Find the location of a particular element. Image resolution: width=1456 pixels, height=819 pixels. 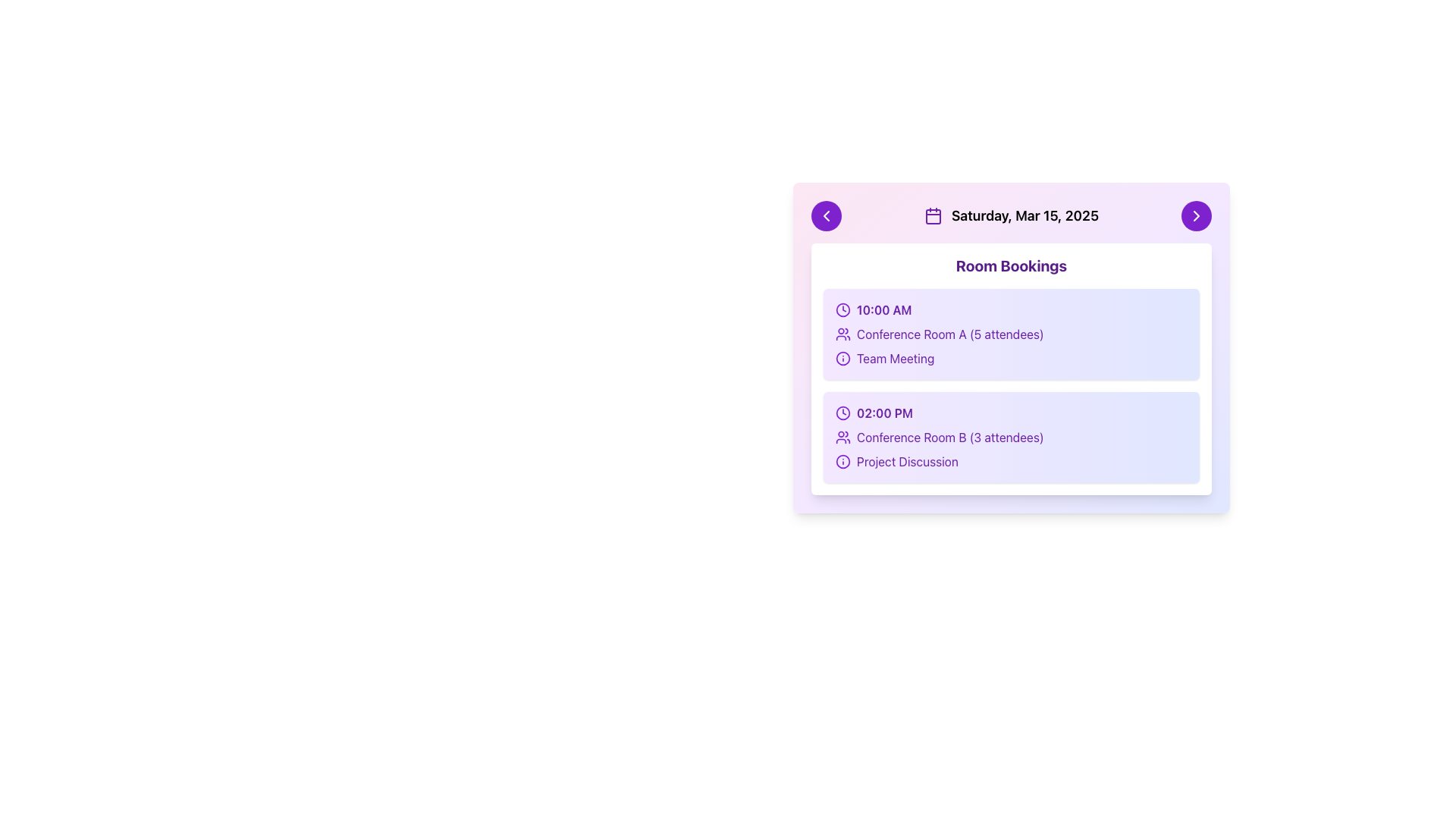

the time indicator icon located to the left of the text '10:00 AM' is located at coordinates (843, 309).